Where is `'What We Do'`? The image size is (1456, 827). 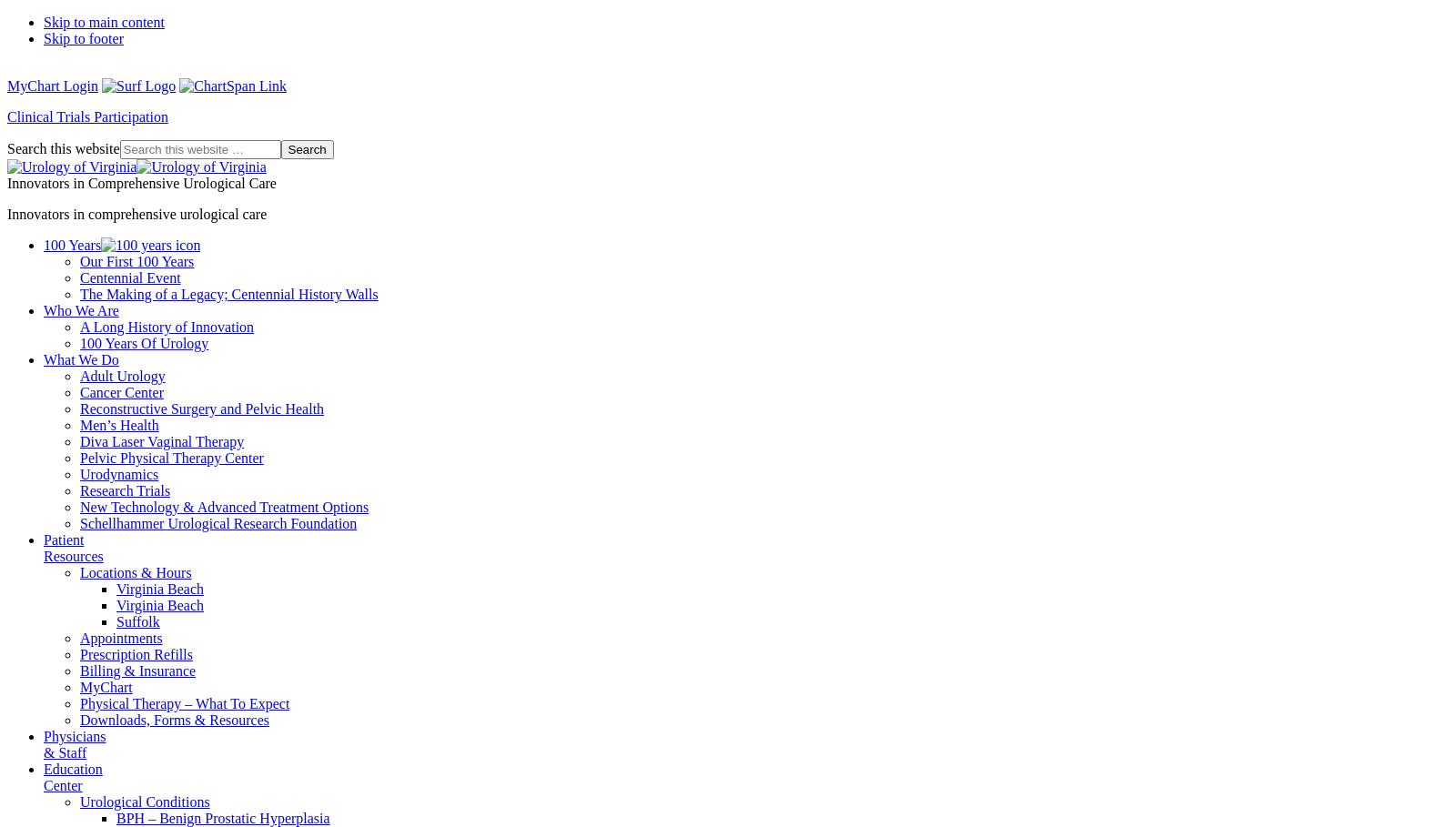 'What We Do' is located at coordinates (79, 359).